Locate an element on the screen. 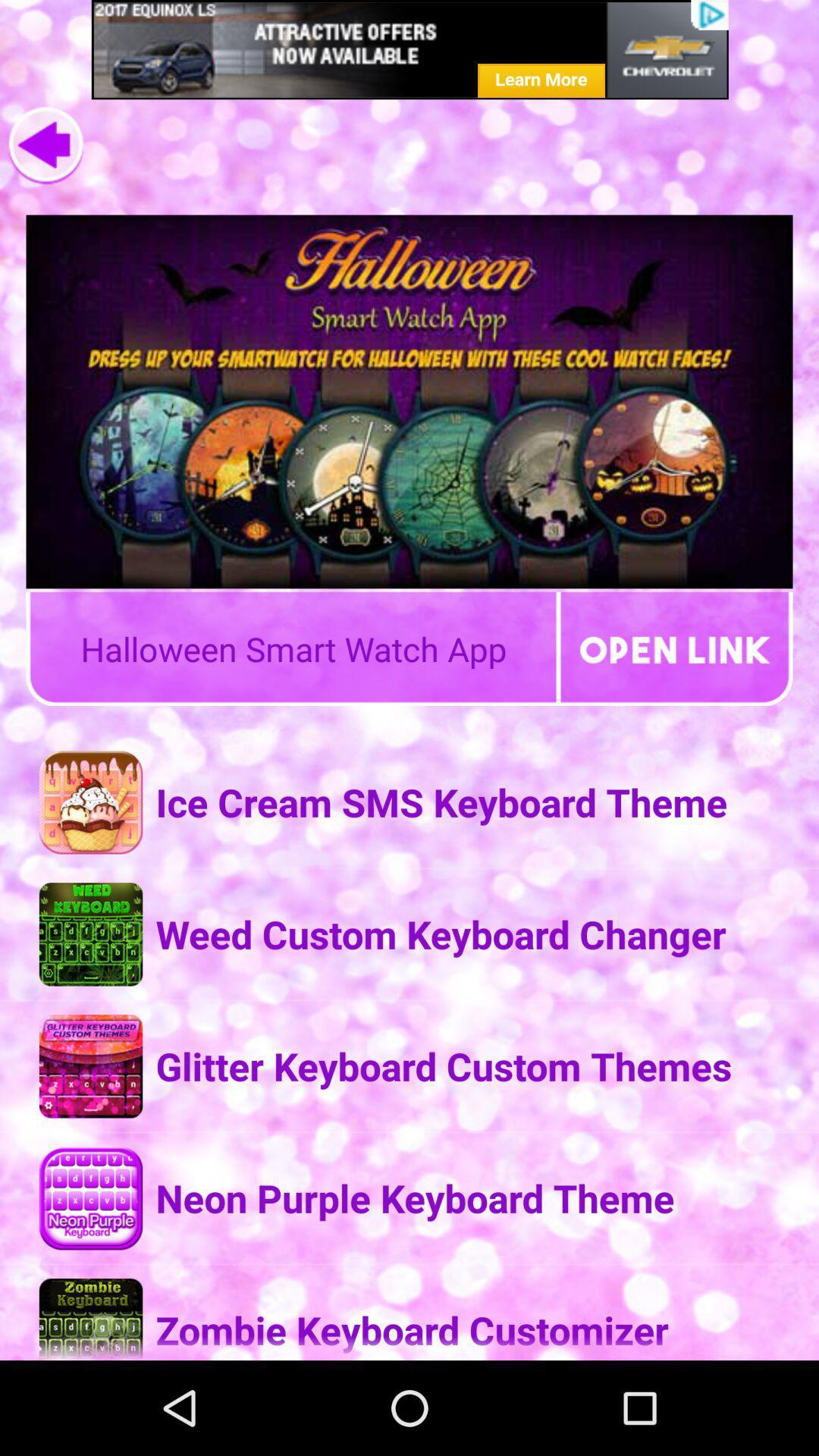 The height and width of the screenshot is (1456, 819). go back is located at coordinates (45, 146).